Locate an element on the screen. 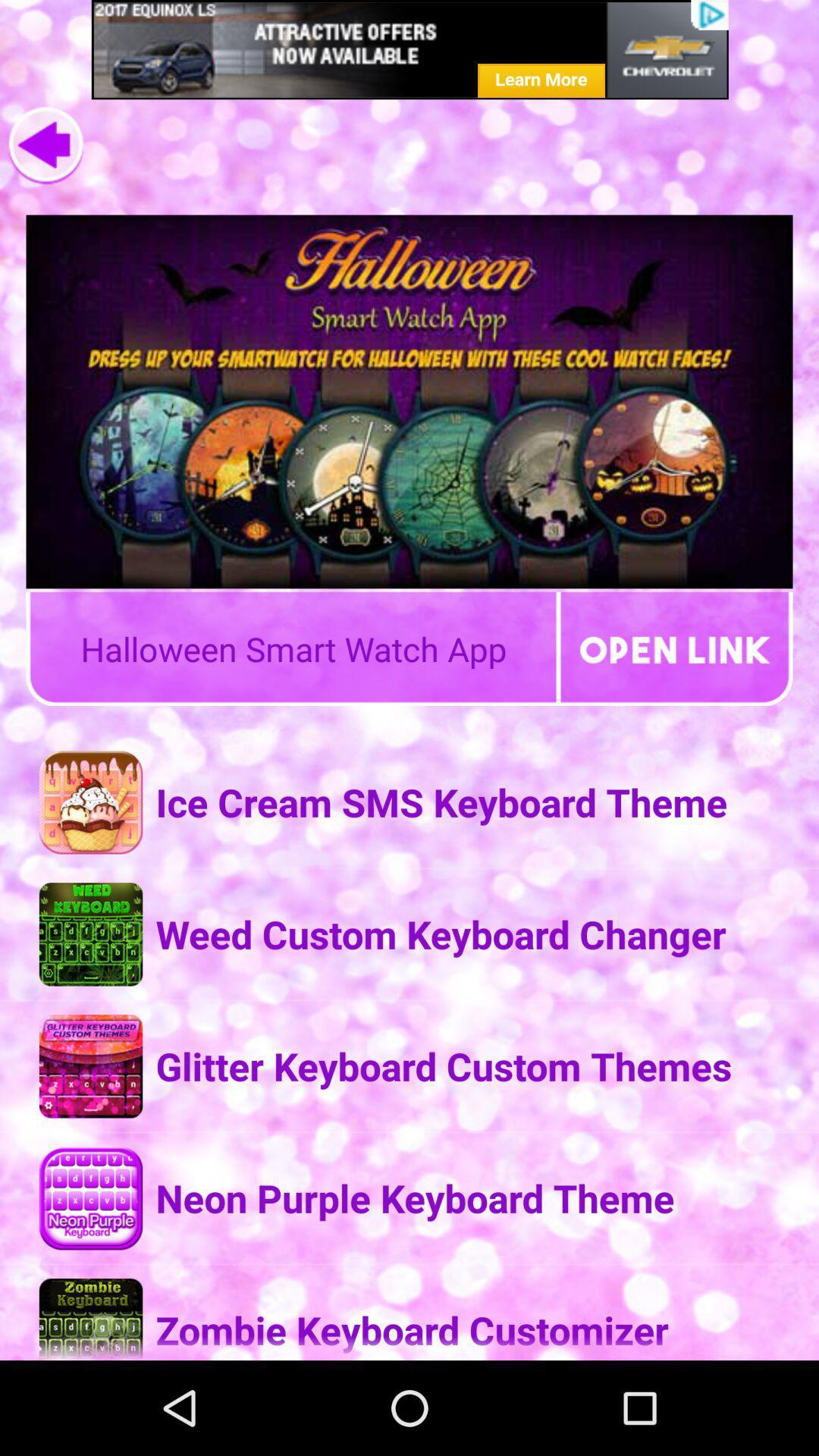 The height and width of the screenshot is (1456, 819). go back is located at coordinates (45, 146).